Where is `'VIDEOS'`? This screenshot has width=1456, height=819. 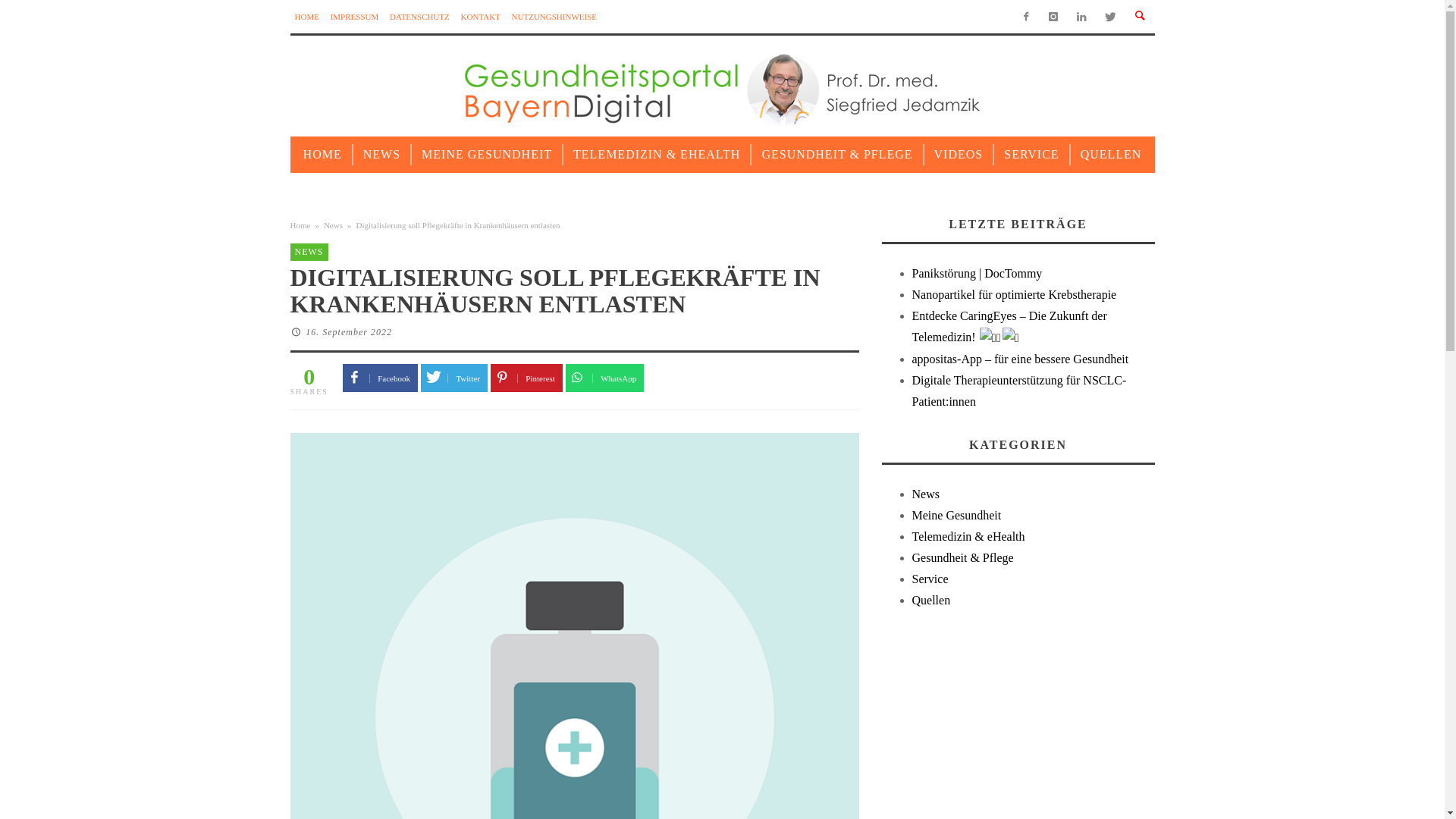
'VIDEOS' is located at coordinates (924, 155).